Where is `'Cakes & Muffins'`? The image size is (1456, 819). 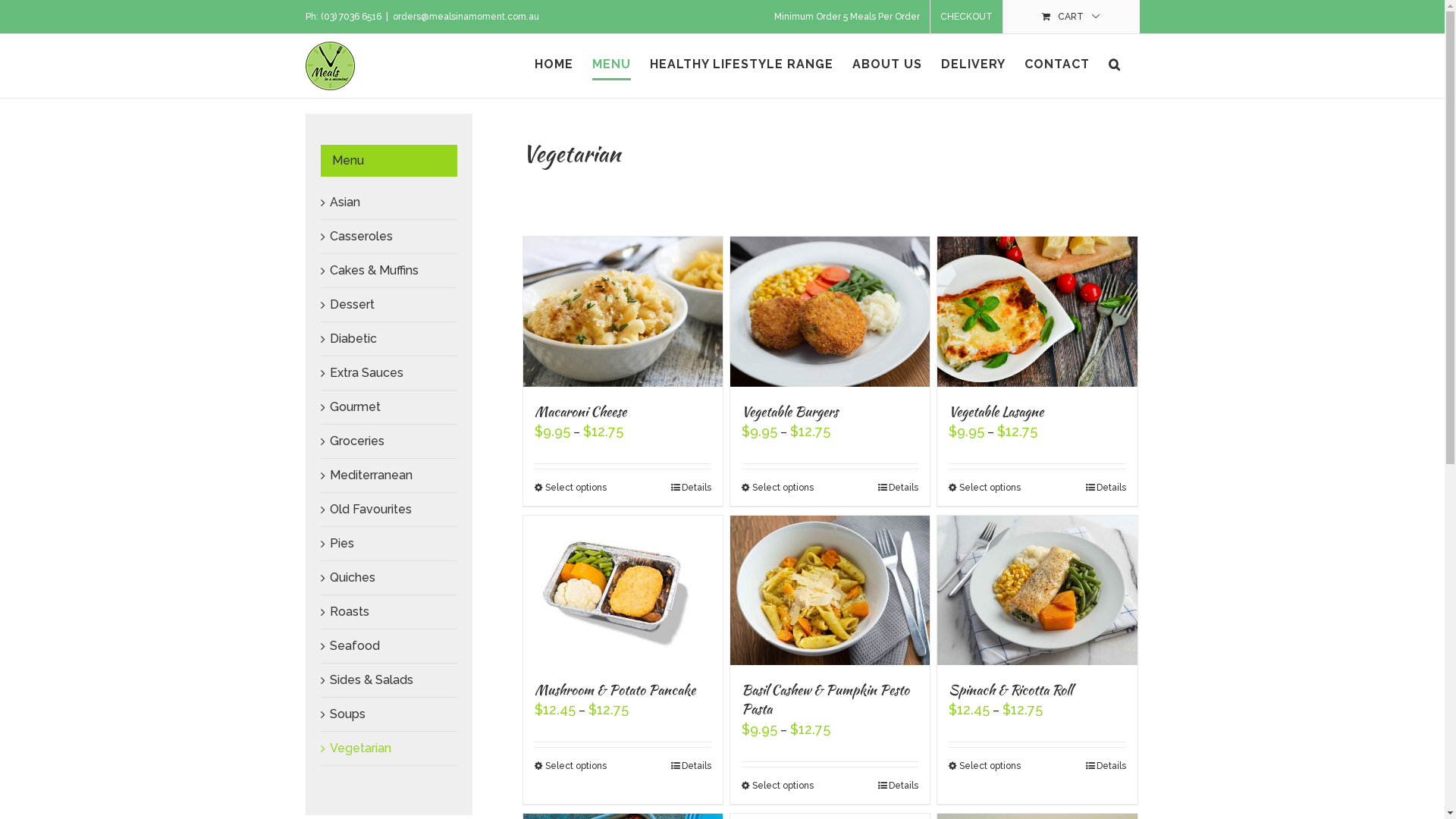
'Cakes & Muffins' is located at coordinates (328, 269).